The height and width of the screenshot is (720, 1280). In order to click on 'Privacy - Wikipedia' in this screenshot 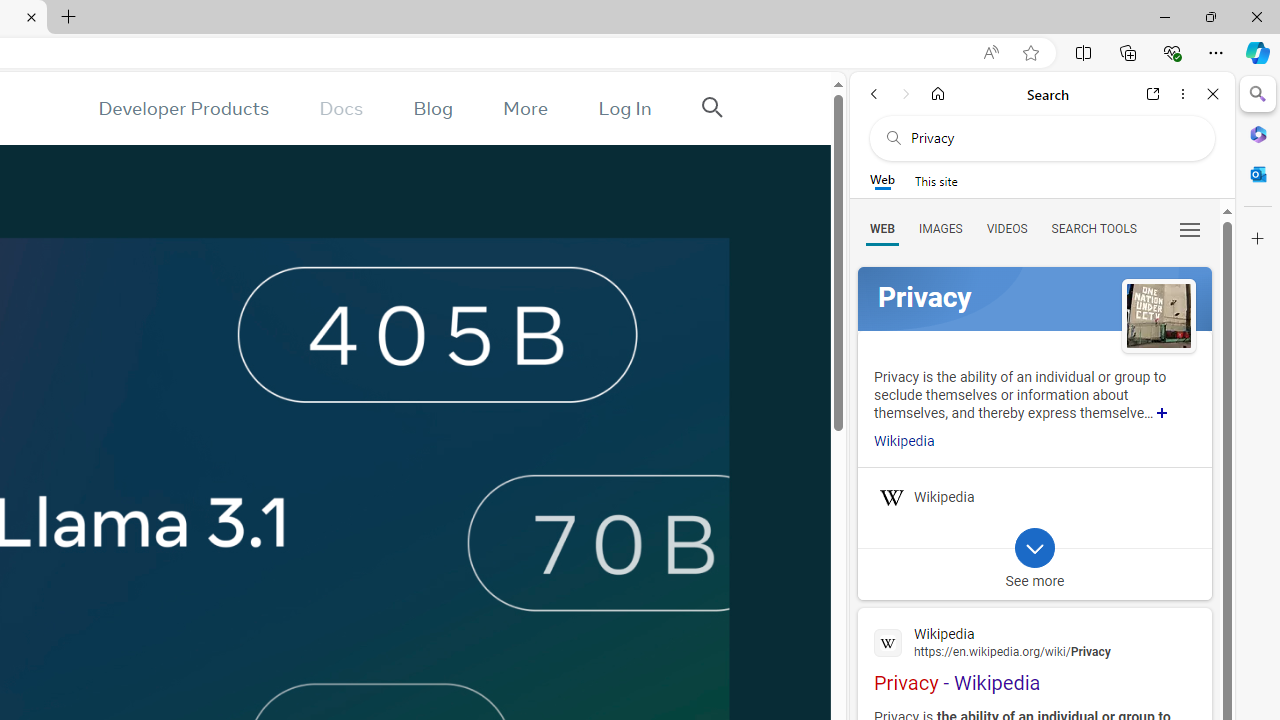, I will do `click(1034, 657)`.